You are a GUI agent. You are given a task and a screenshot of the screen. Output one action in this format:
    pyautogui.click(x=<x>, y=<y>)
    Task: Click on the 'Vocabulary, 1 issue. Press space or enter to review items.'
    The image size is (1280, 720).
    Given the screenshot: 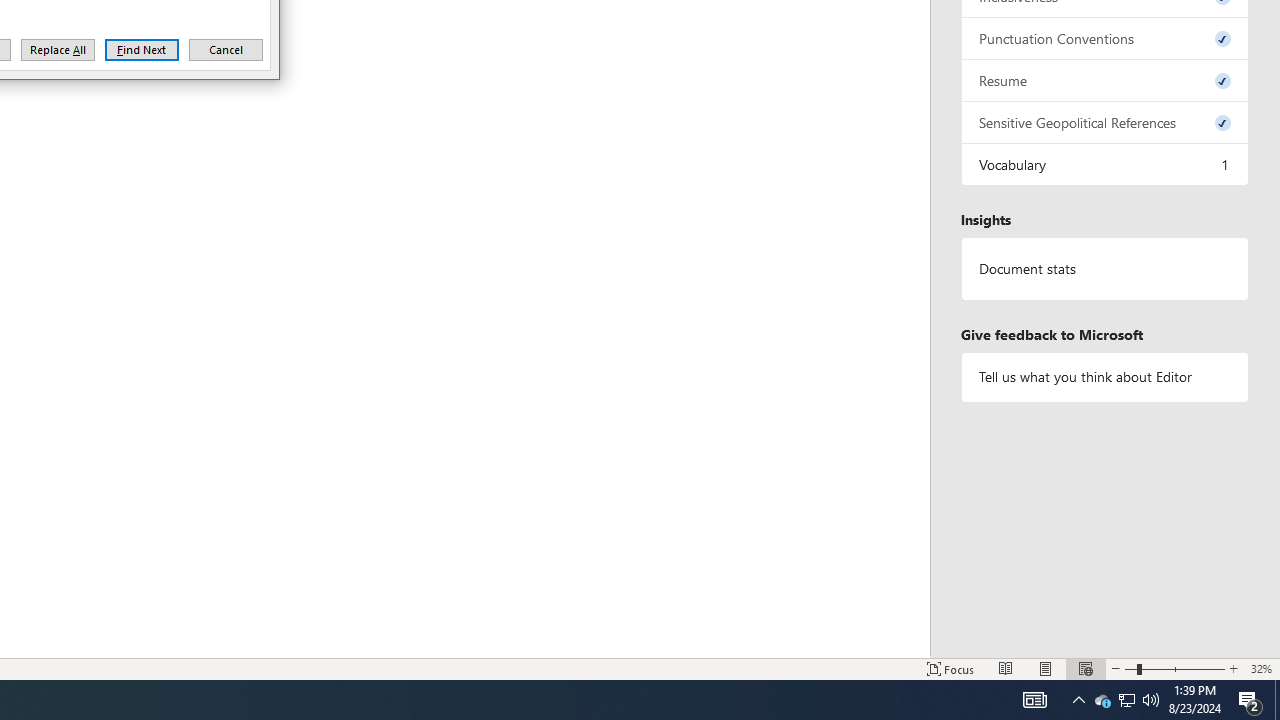 What is the action you would take?
    pyautogui.click(x=1104, y=163)
    